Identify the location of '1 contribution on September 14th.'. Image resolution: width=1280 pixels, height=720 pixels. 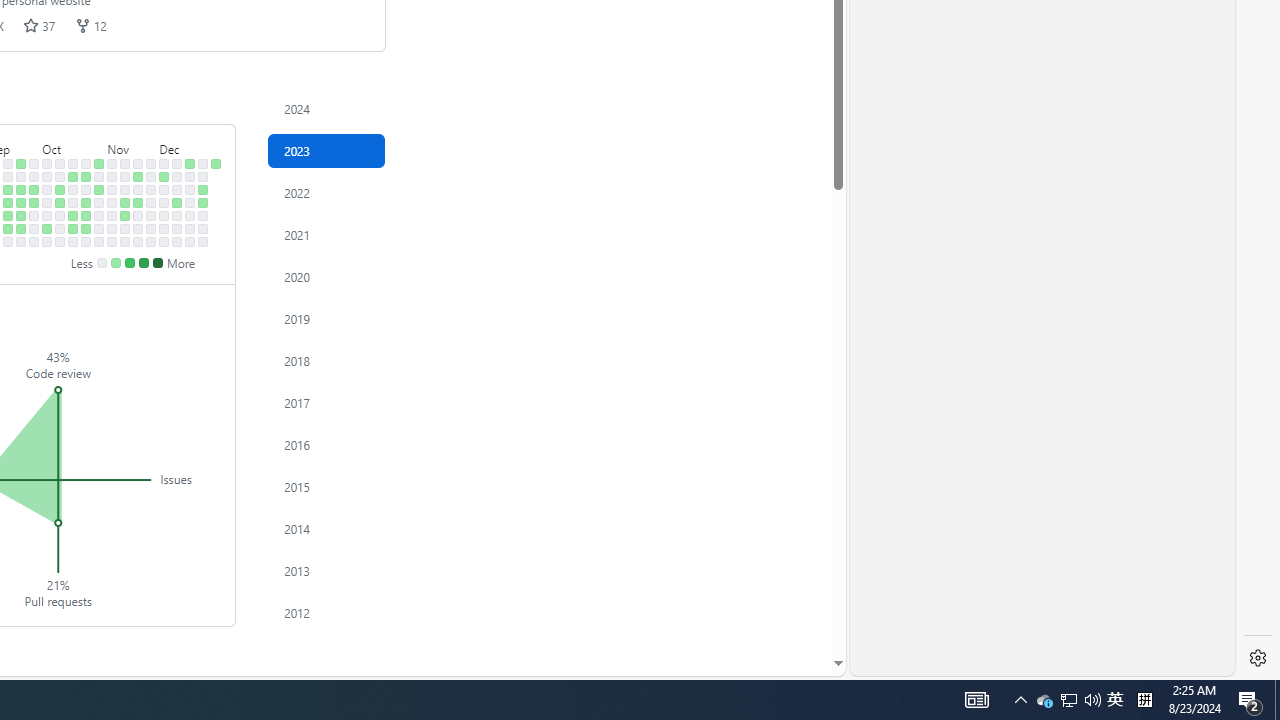
(8, 215).